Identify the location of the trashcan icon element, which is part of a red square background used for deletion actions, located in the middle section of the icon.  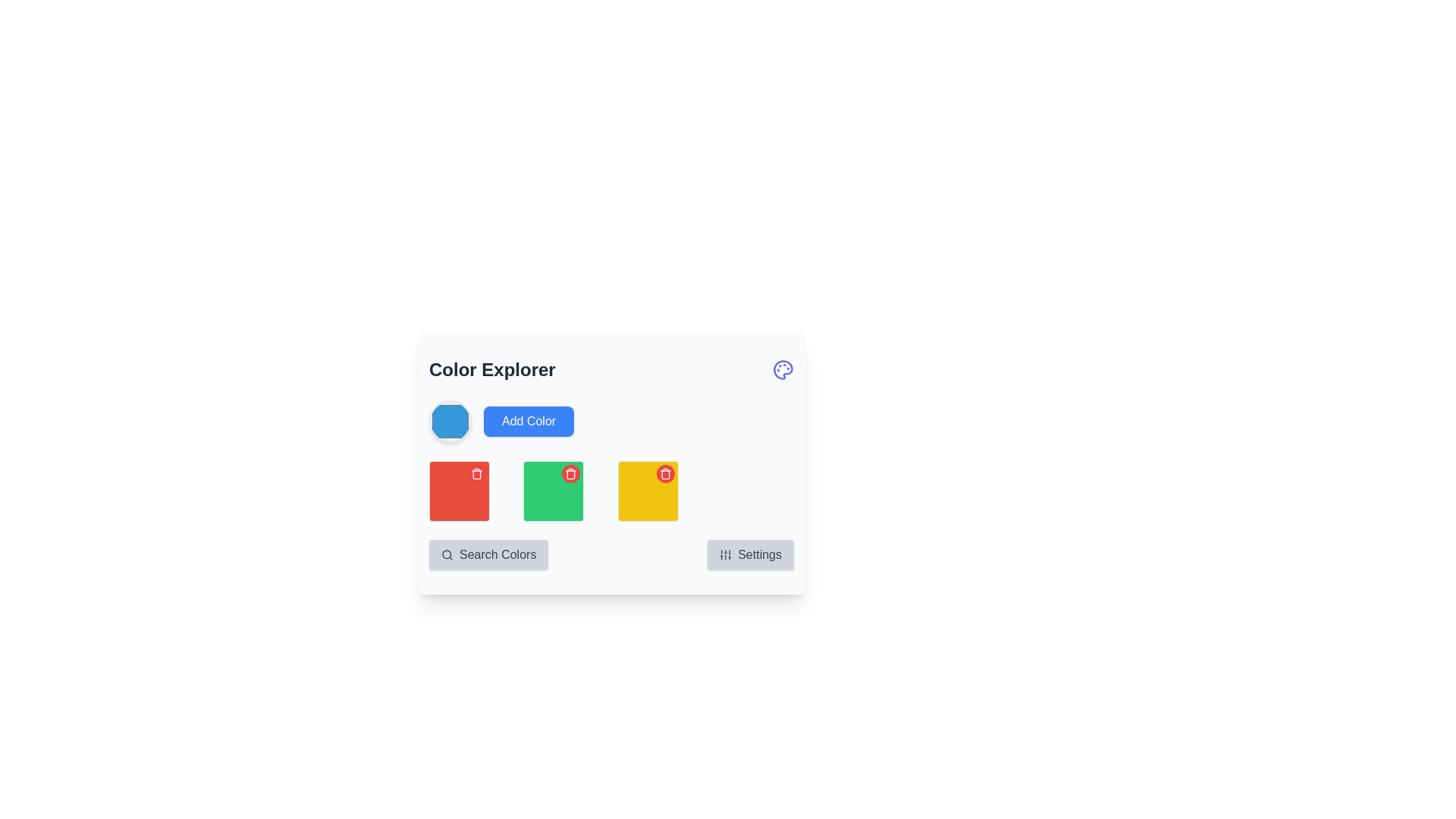
(665, 474).